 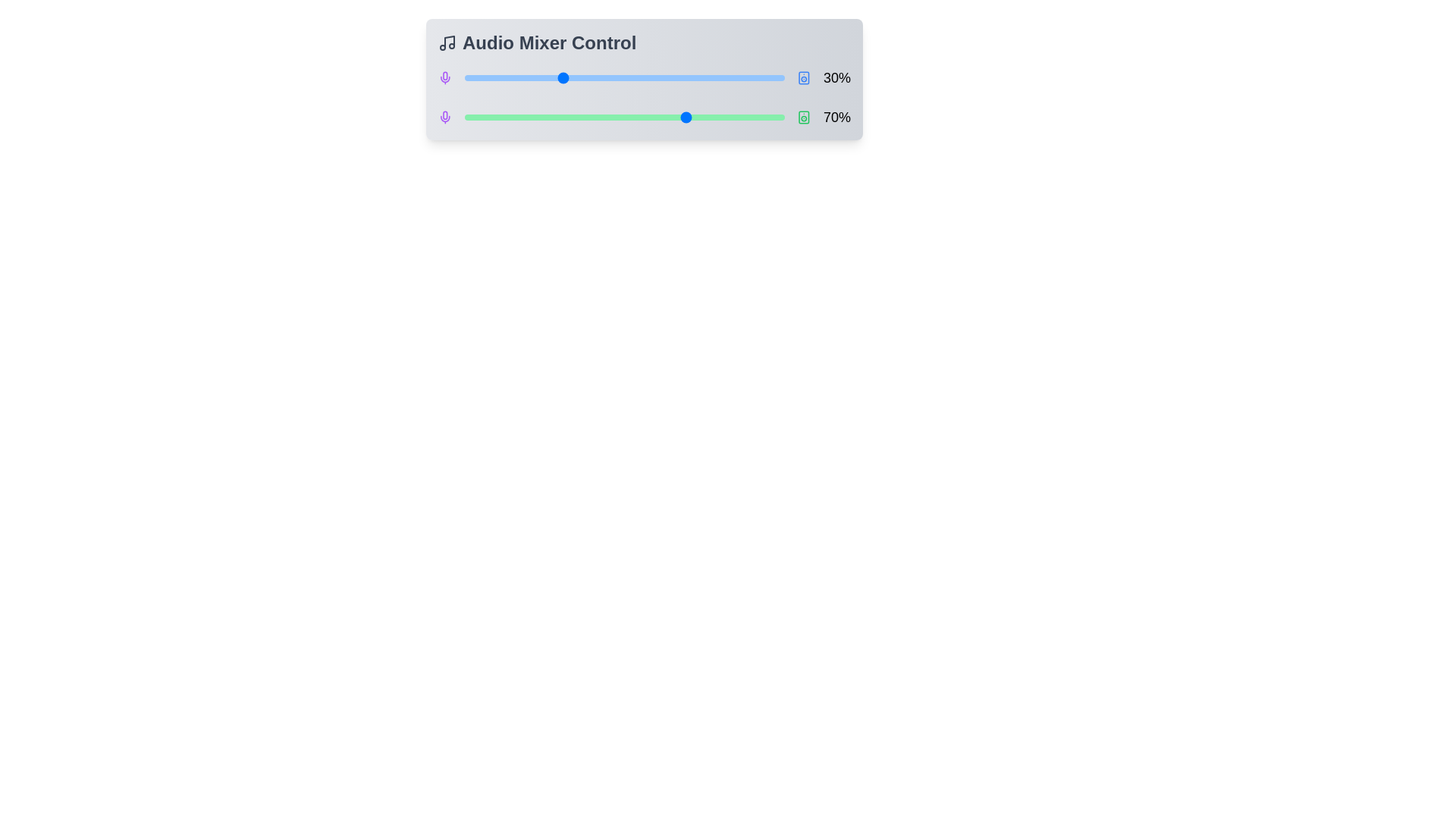 What do you see at coordinates (644, 116) in the screenshot?
I see `the green track of the horizontal slider labeled '70%' to set a new value` at bounding box center [644, 116].